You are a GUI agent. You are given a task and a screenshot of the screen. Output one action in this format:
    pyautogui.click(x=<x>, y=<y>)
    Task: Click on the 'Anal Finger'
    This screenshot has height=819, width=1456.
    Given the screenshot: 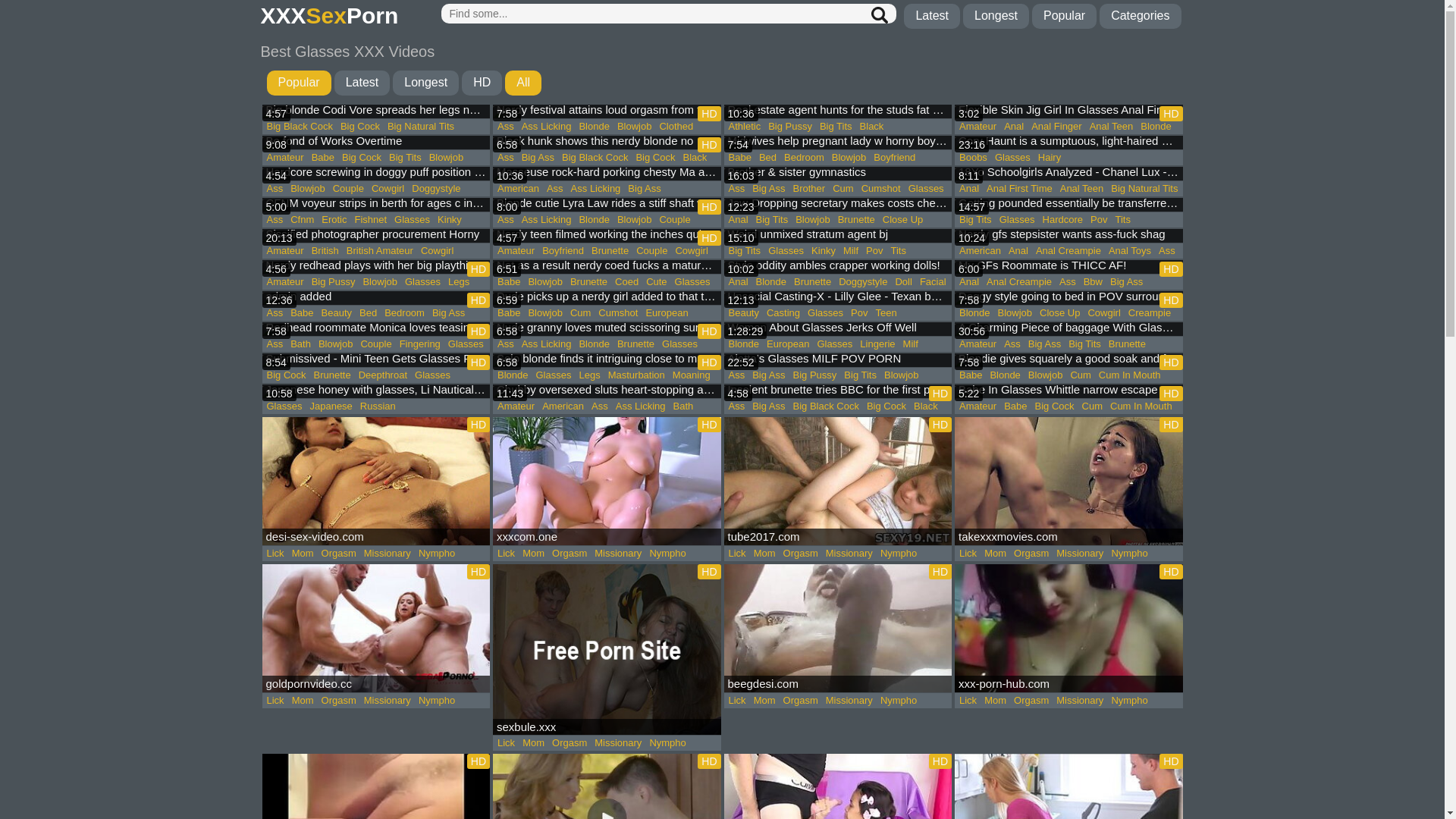 What is the action you would take?
    pyautogui.click(x=1055, y=125)
    